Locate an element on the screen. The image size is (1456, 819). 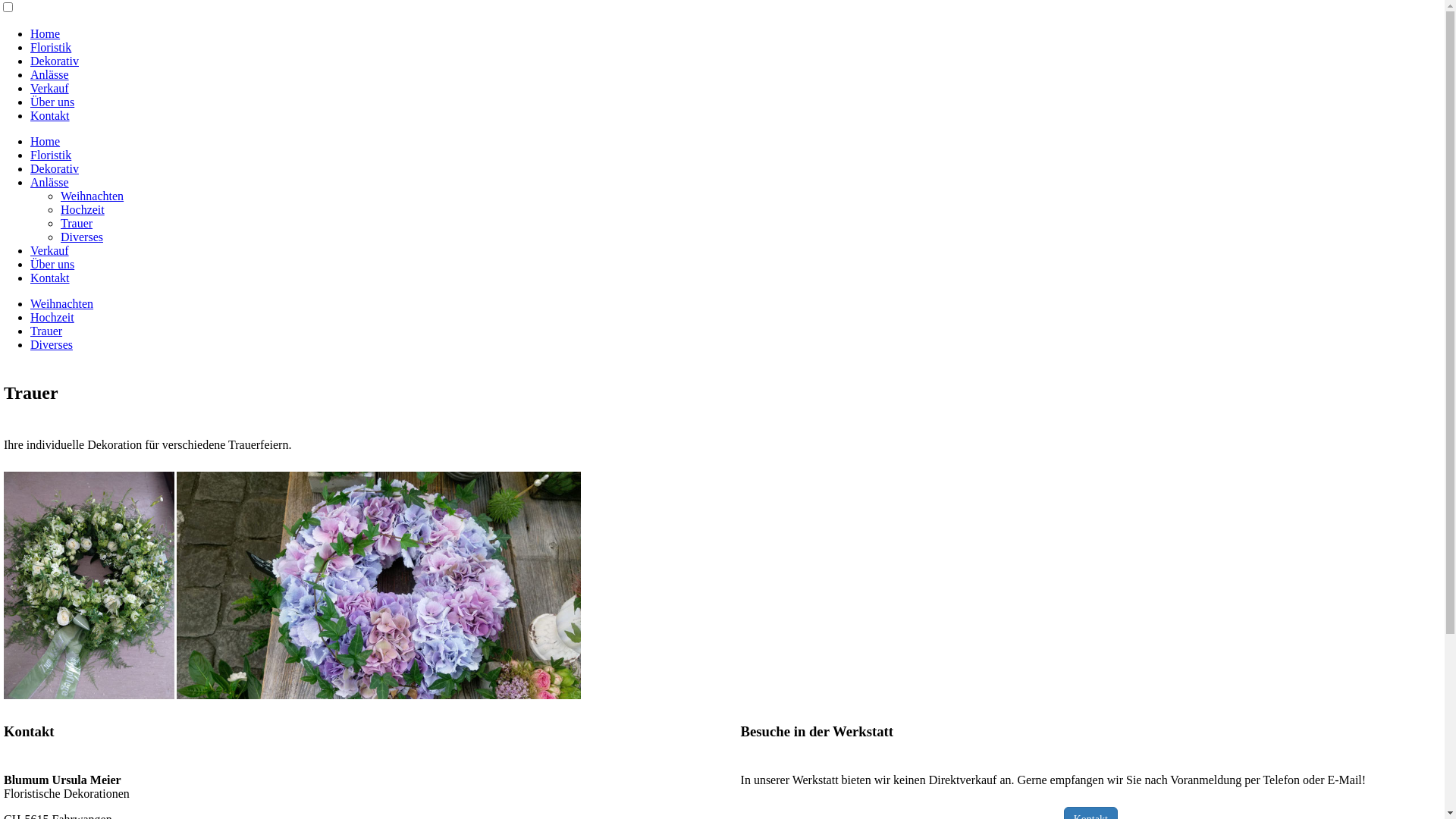
'Verkauf' is located at coordinates (49, 249).